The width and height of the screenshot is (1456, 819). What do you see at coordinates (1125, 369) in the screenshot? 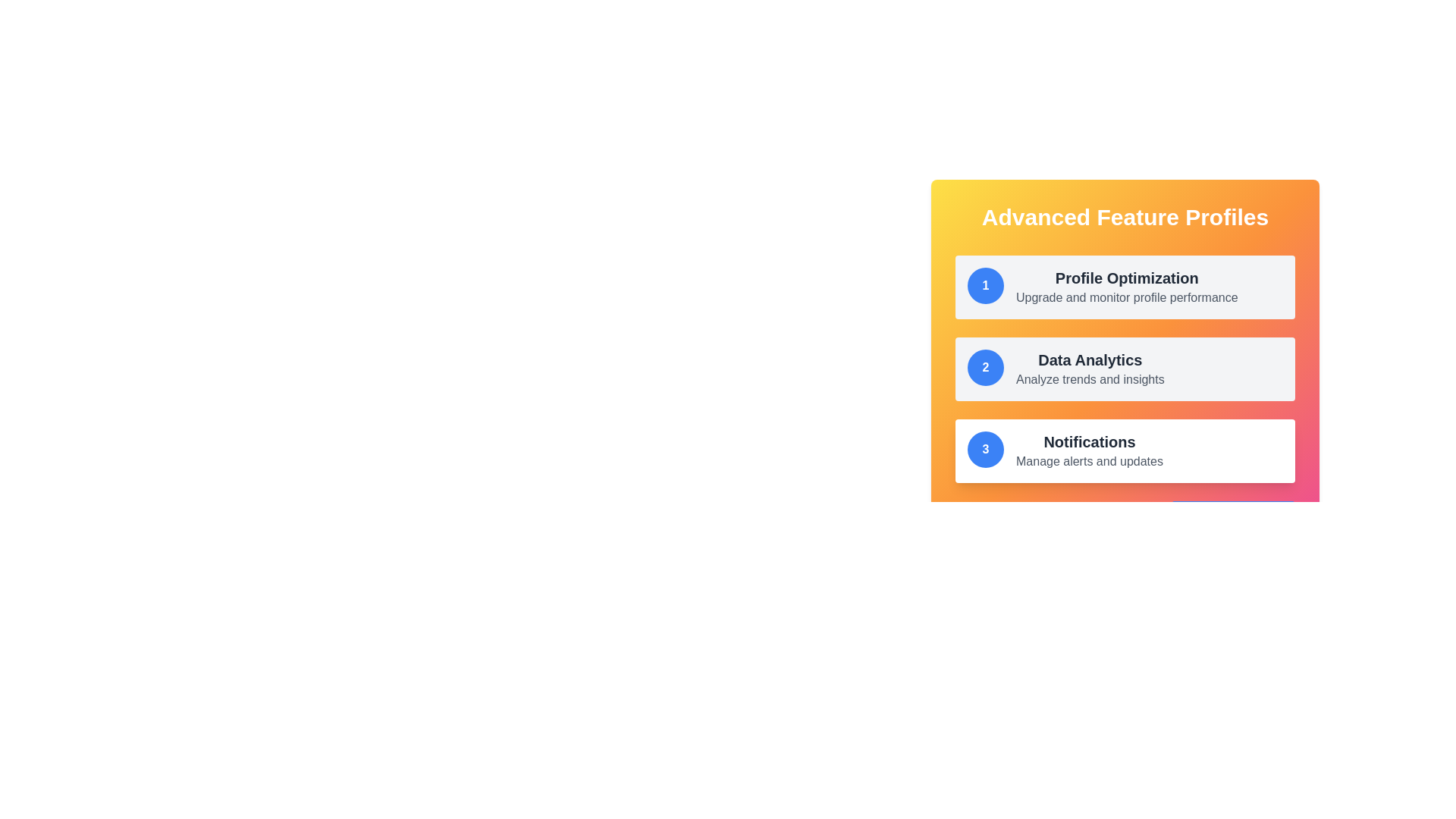
I see `to select the 'Data Analytics' feature option, which is the second card in the 'Advanced Feature Profiles' section` at bounding box center [1125, 369].